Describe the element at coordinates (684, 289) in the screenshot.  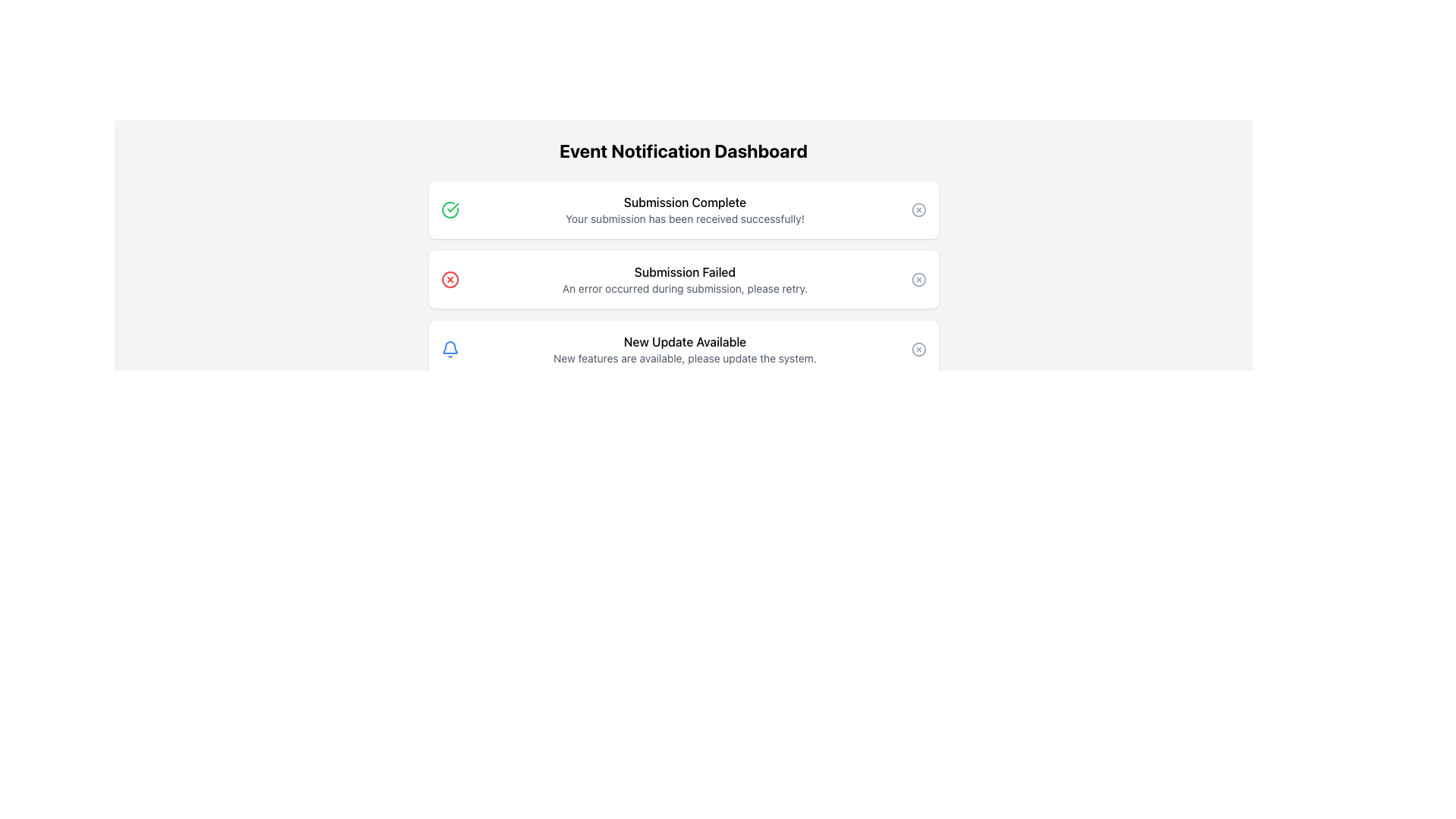
I see `the text element that reads 'An error occurred during submission, please retry.' which is styled in a smaller gray font and located below the heading 'Submission Failed.'` at that location.